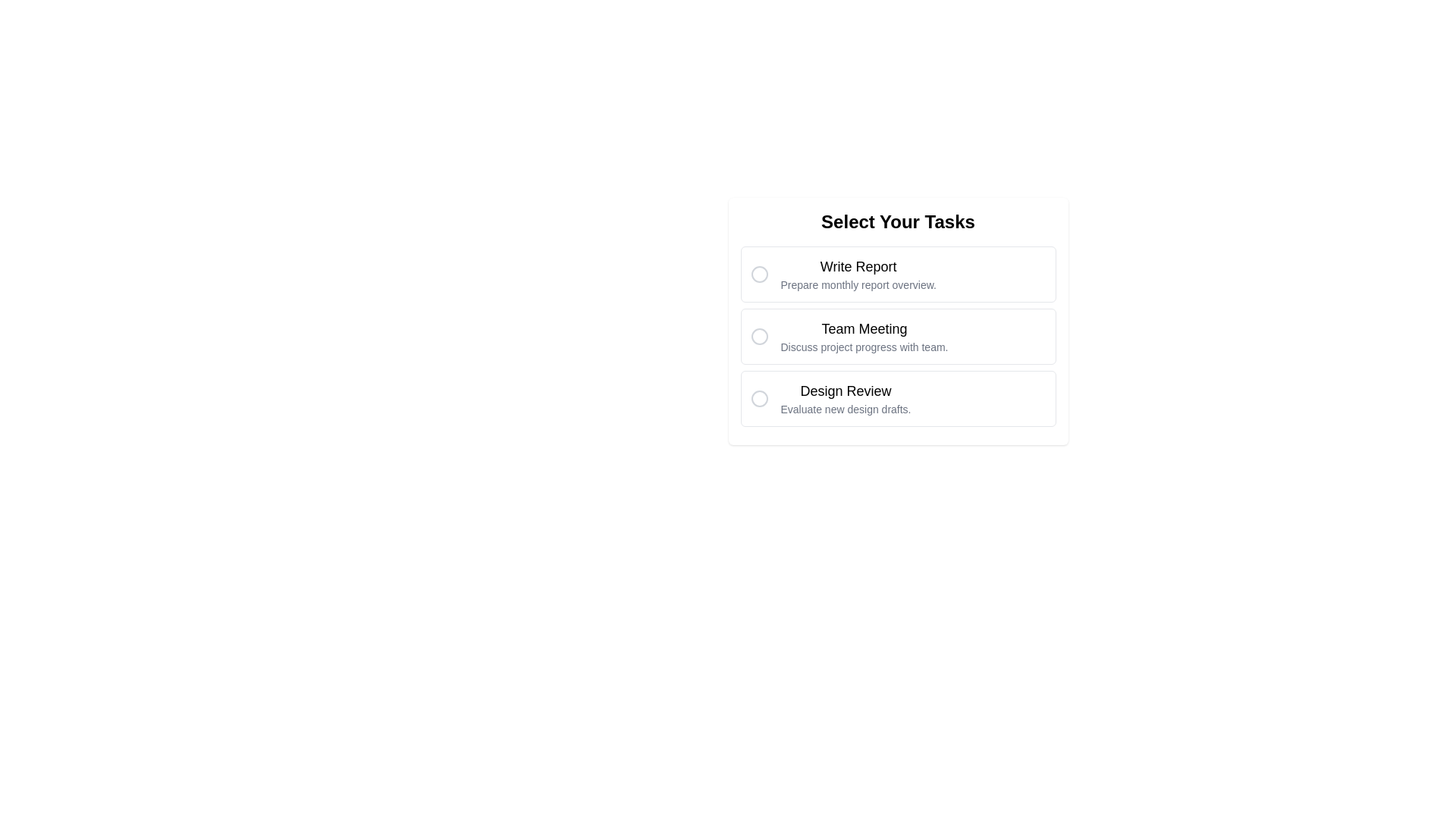 The height and width of the screenshot is (819, 1456). Describe the element at coordinates (858, 284) in the screenshot. I see `the text label providing additional descriptive information about the 'Write Report' task, located underneath the 'Write Report' text within the task selection option box` at that location.